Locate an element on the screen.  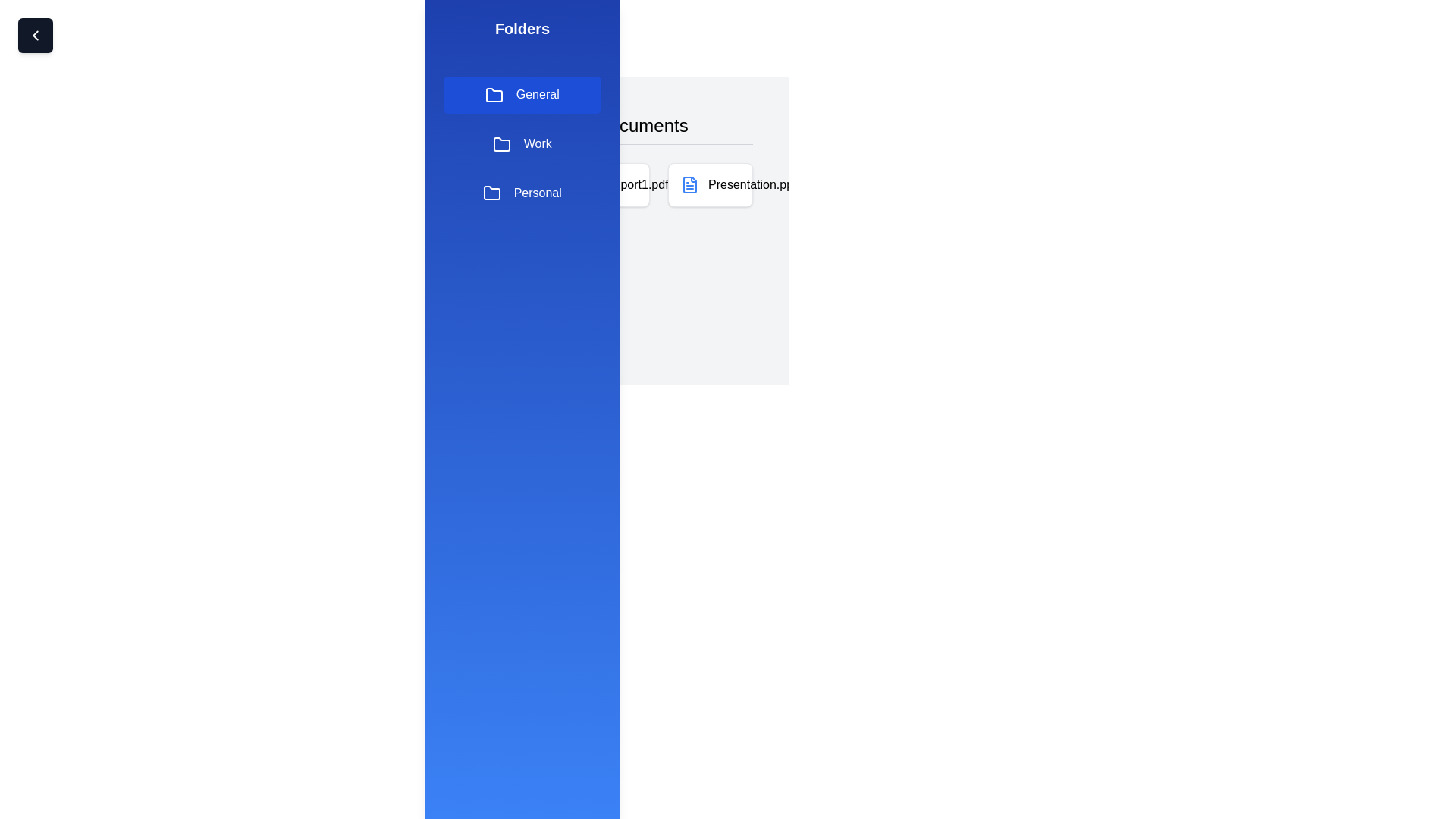
the 'Work' button with a blue background located in the left vertical navigation menu under 'Folders' to change its background color is located at coordinates (522, 143).